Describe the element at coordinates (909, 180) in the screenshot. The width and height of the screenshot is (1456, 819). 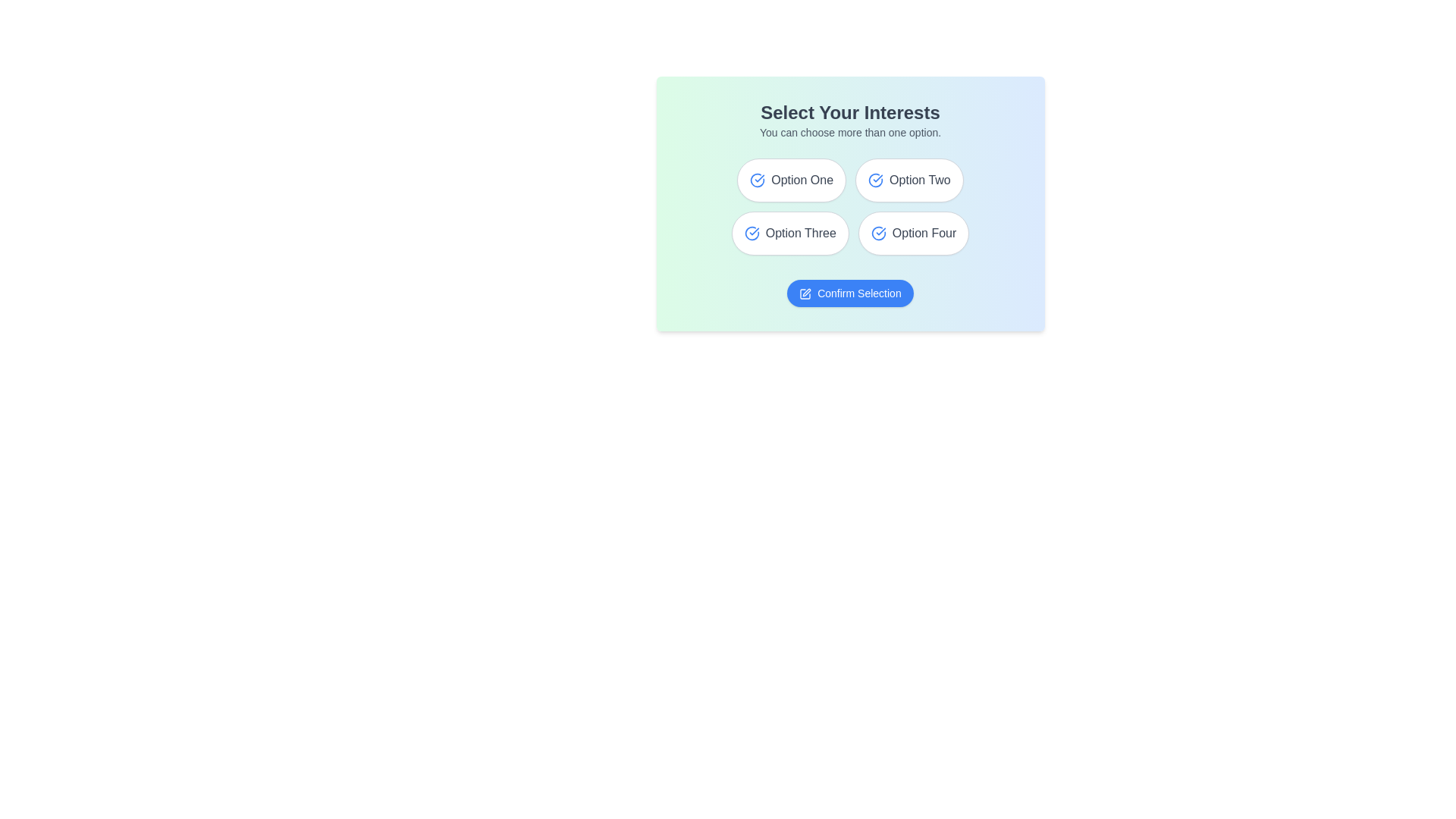
I see `the option Option Two to observe the hover effect` at that location.